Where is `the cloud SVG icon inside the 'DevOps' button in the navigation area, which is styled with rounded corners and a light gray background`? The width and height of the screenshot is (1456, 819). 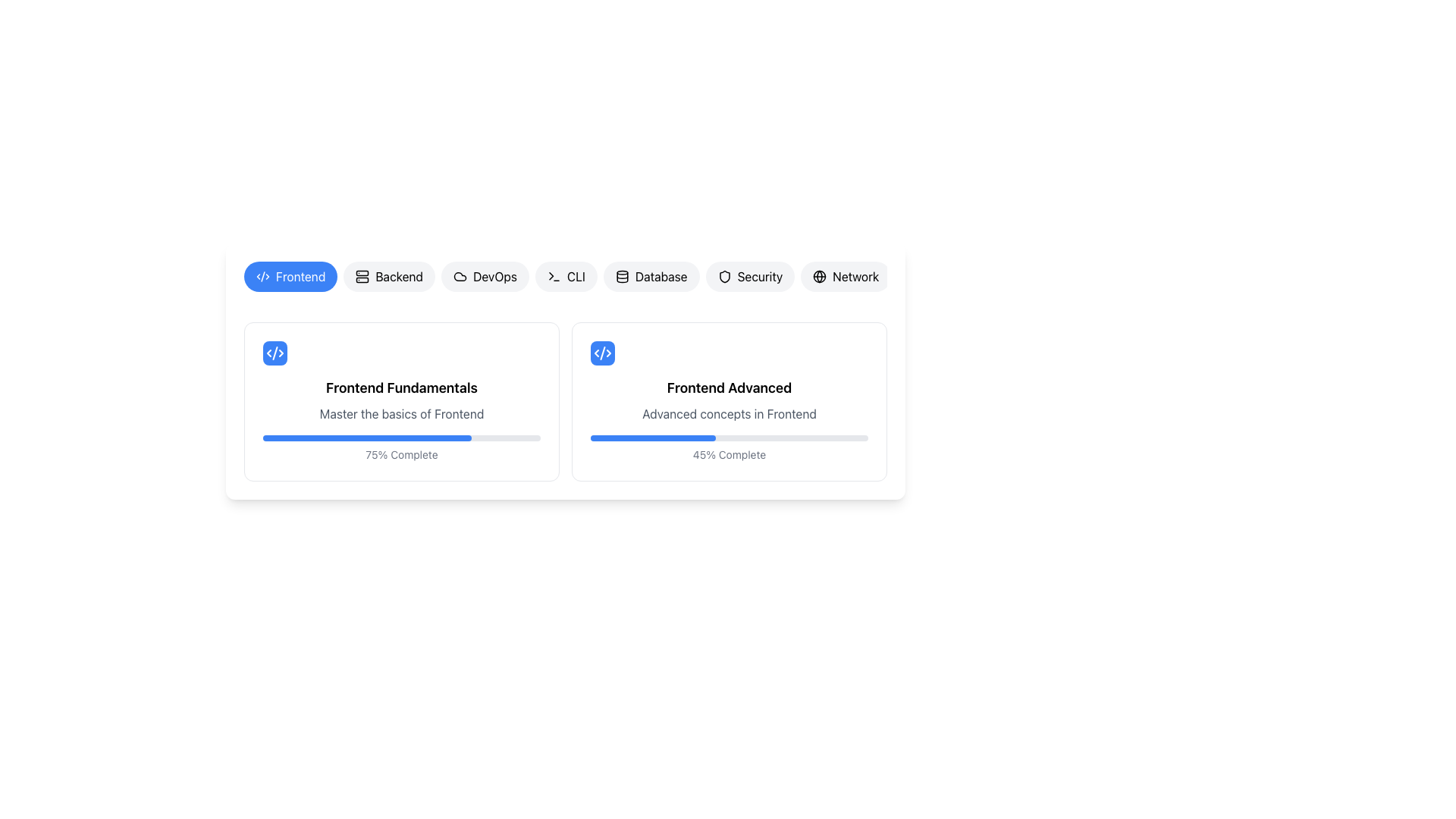 the cloud SVG icon inside the 'DevOps' button in the navigation area, which is styled with rounded corners and a light gray background is located at coordinates (460, 277).